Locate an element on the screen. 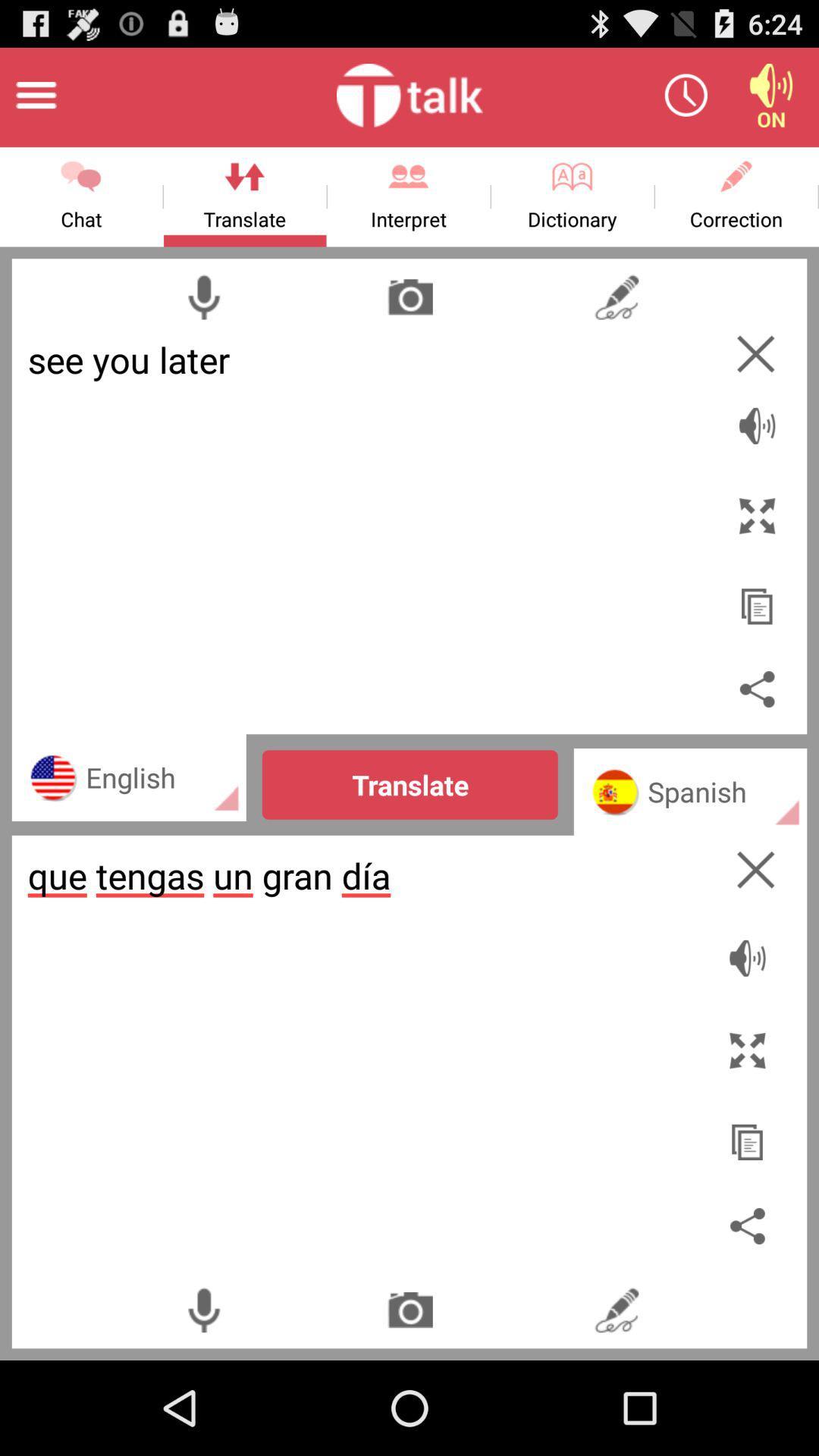 The image size is (819, 1456). pen tool is located at coordinates (617, 1309).